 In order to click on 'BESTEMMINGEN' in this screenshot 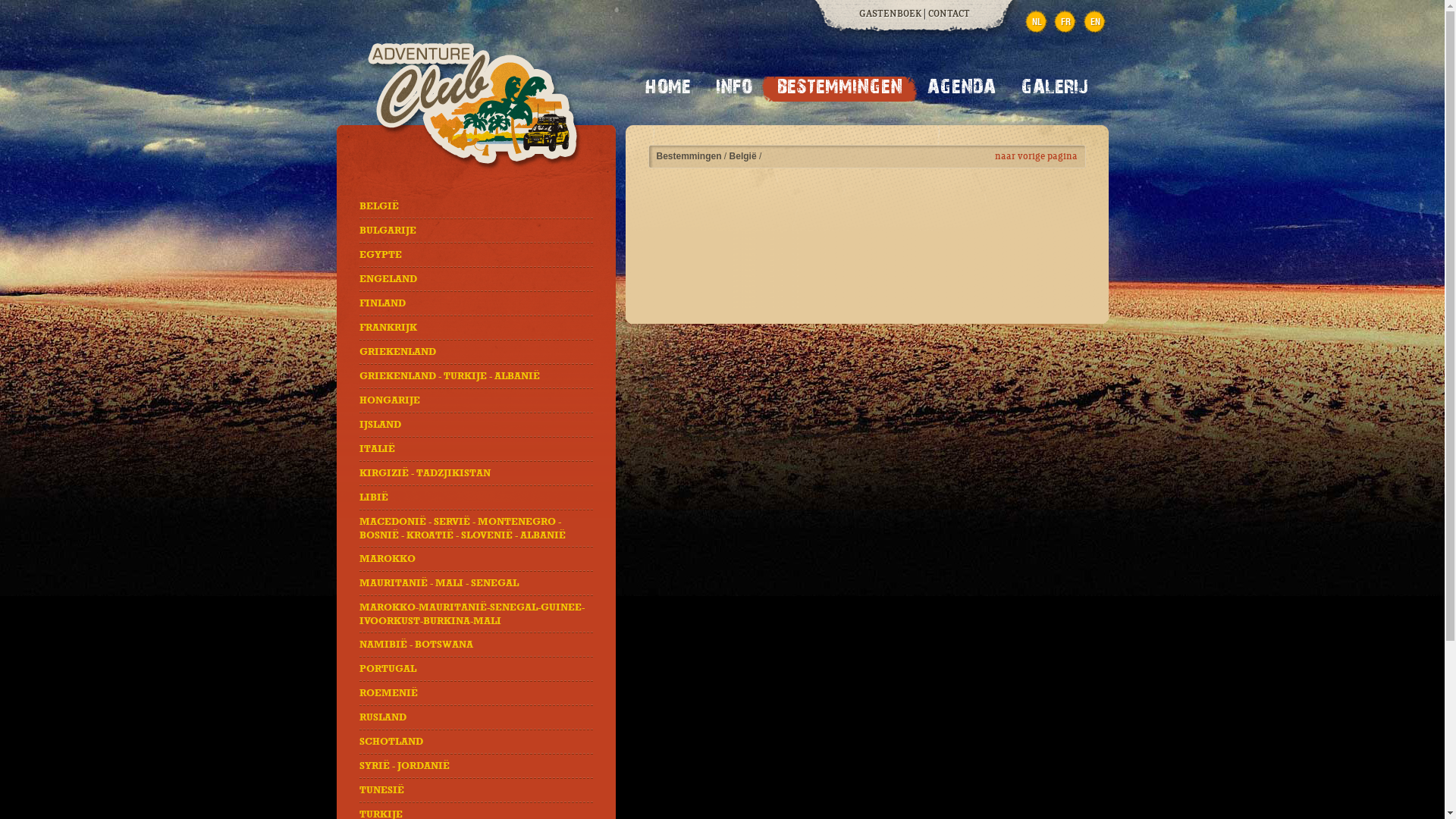, I will do `click(838, 89)`.